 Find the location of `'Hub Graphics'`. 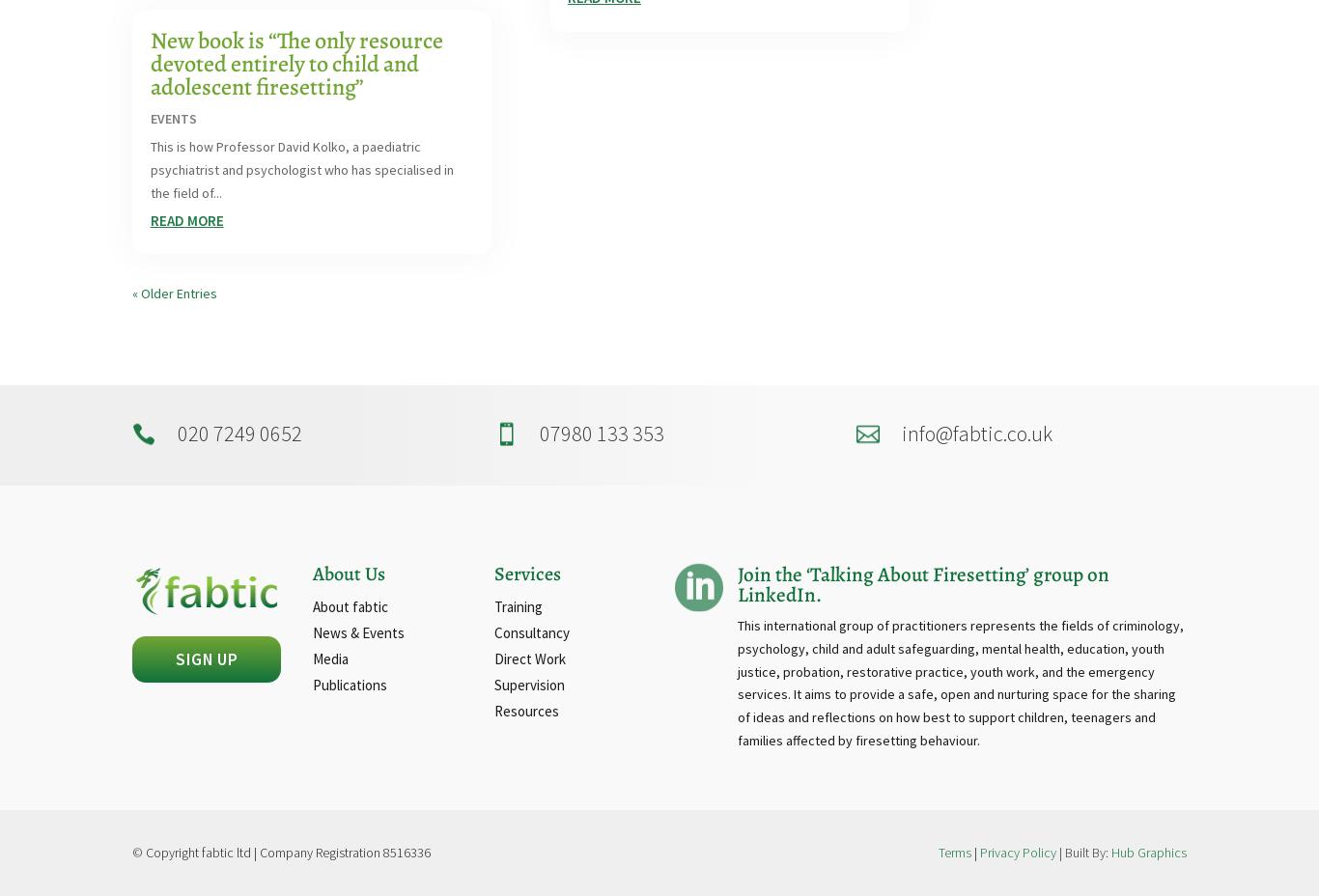

'Hub Graphics' is located at coordinates (1149, 852).